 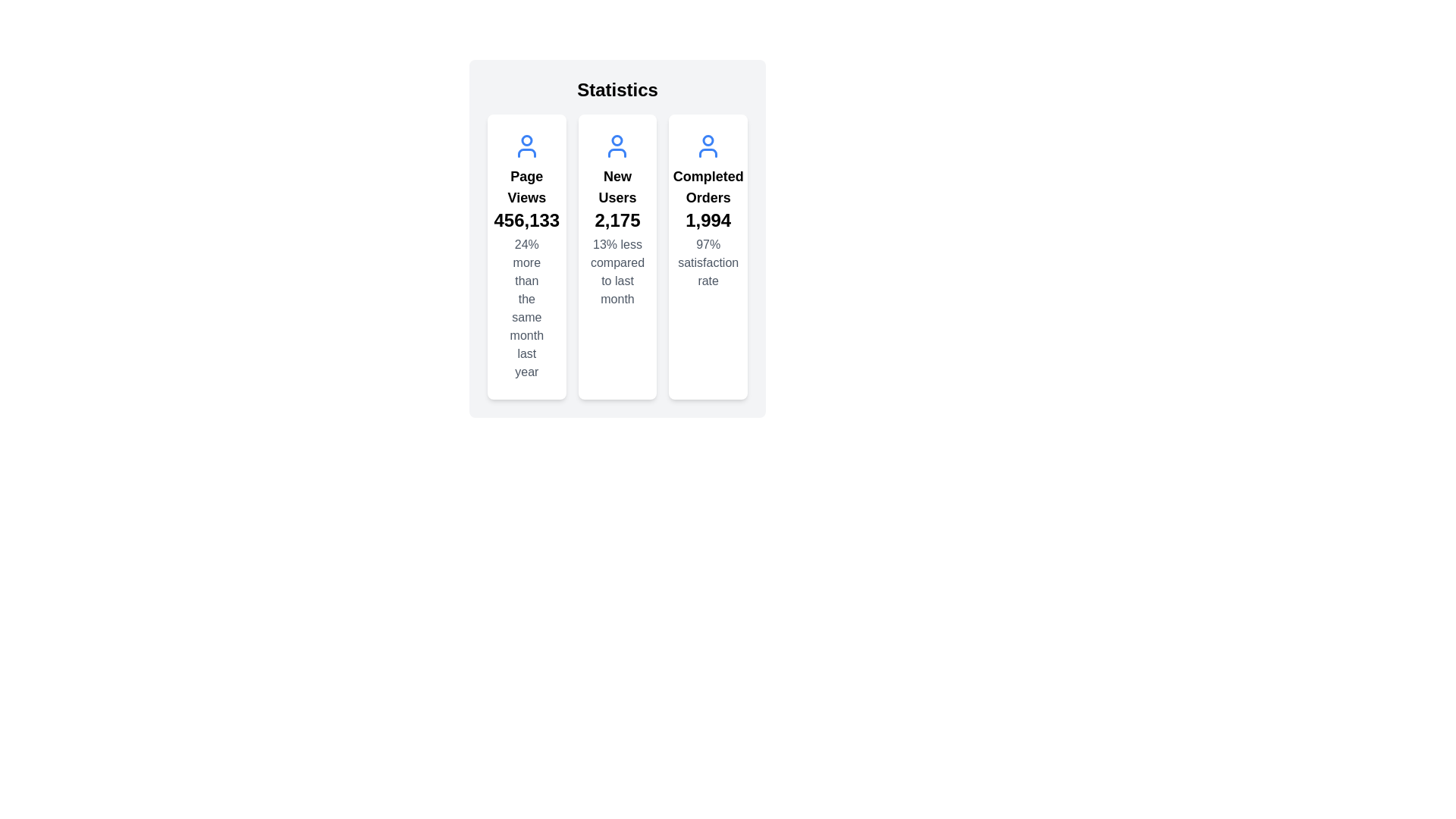 I want to click on Circular SVG element that represents the user's head in an abstract iconographic style, located at the top center of the user icon, by clicking on it, so click(x=617, y=140).